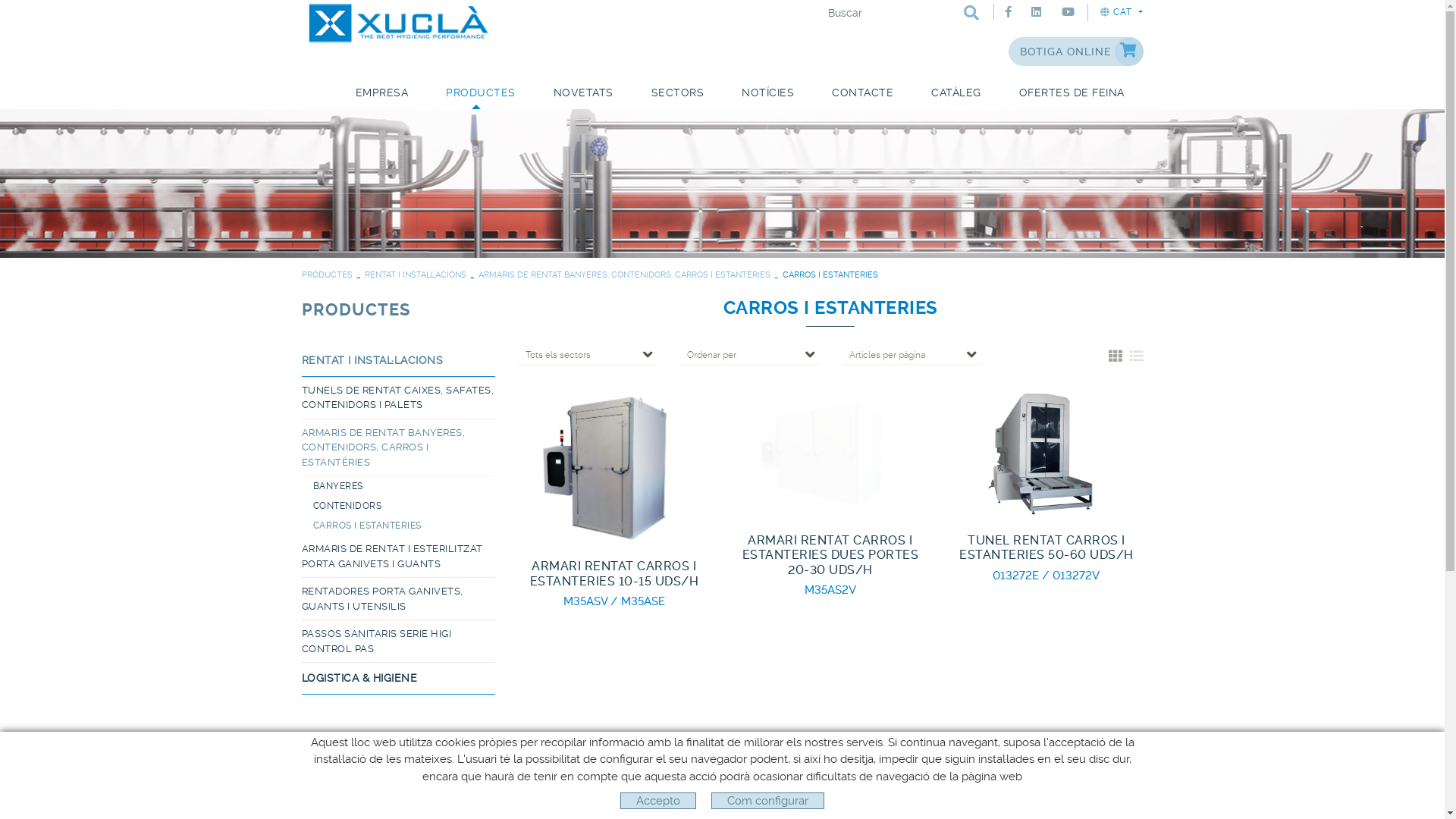 This screenshot has height=819, width=1456. I want to click on 'RENTADORES PORTA GANIVETS, GUANTS I UTENSILIS', so click(398, 598).